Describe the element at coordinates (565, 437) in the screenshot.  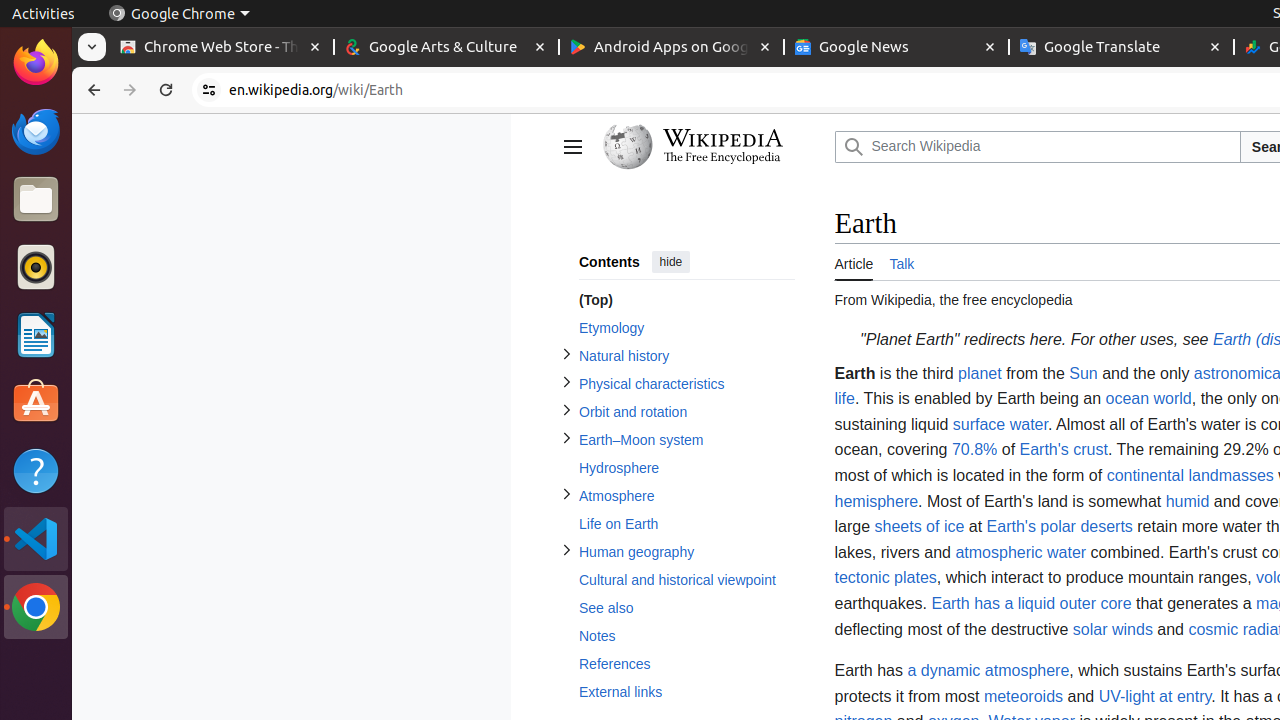
I see `'Toggle Earth–Moon system subsection'` at that location.